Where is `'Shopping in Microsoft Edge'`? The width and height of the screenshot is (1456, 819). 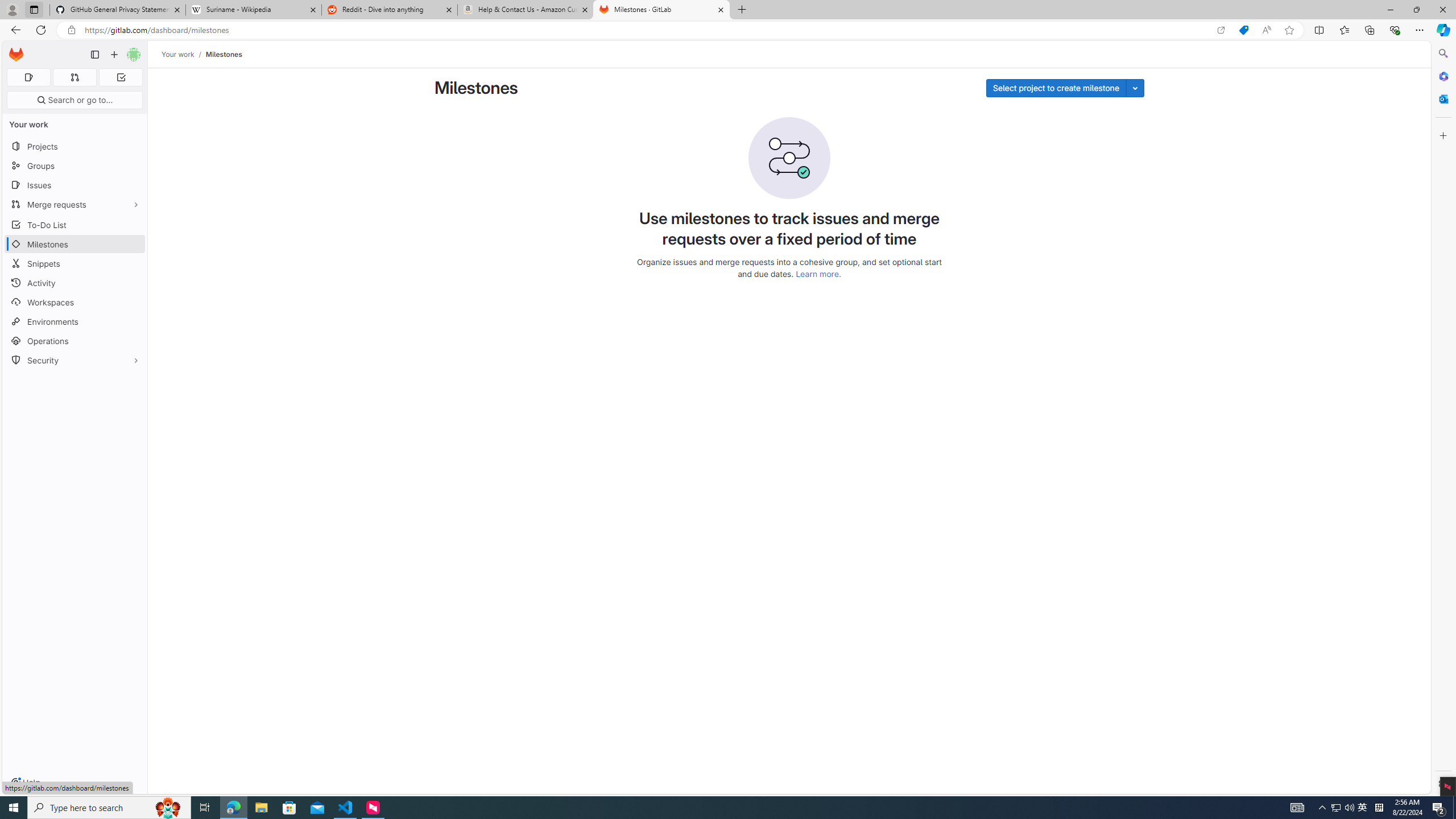 'Shopping in Microsoft Edge' is located at coordinates (1243, 30).